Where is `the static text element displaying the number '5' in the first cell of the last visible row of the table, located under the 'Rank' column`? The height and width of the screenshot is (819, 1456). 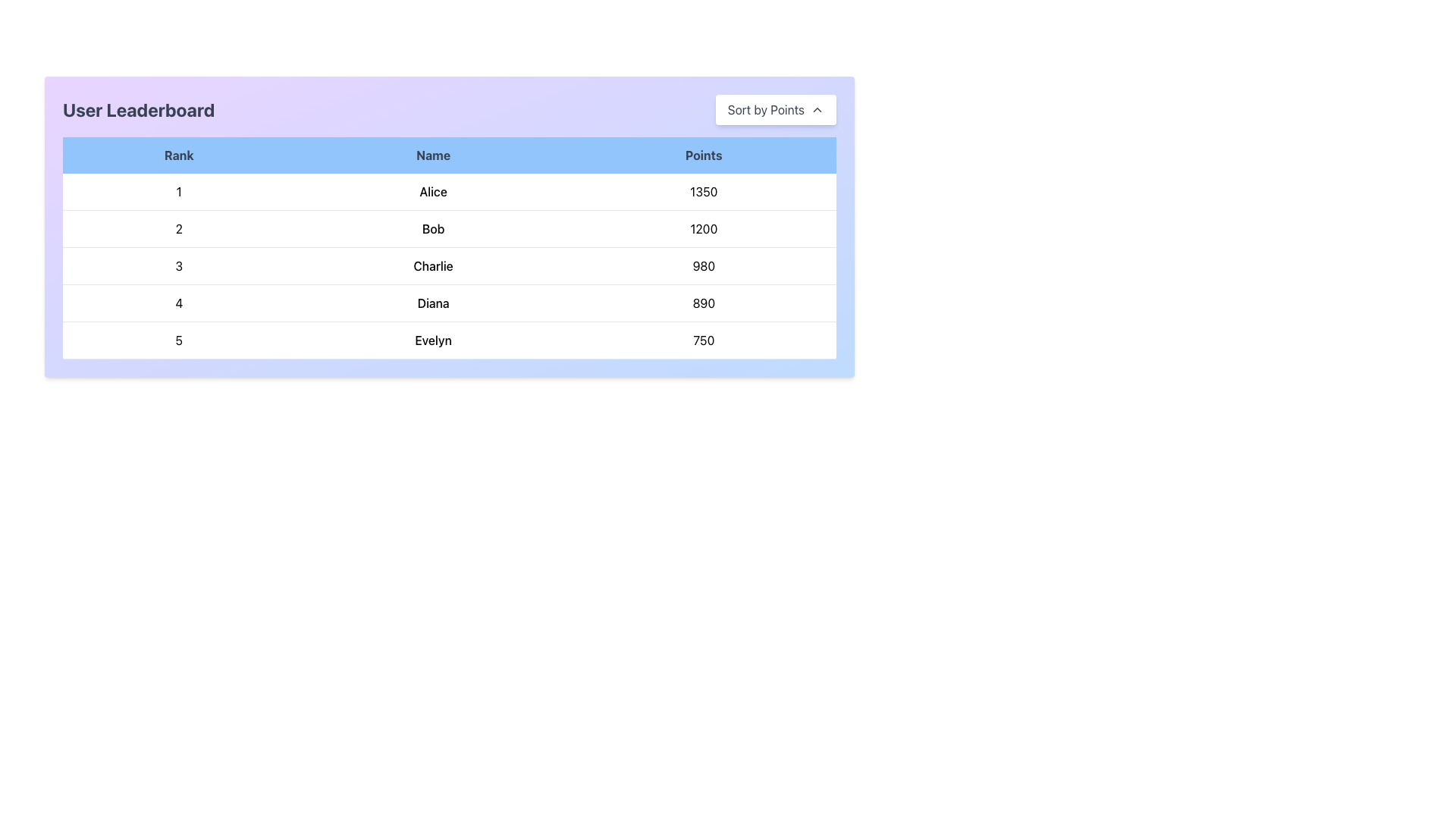 the static text element displaying the number '5' in the first cell of the last visible row of the table, located under the 'Rank' column is located at coordinates (179, 339).